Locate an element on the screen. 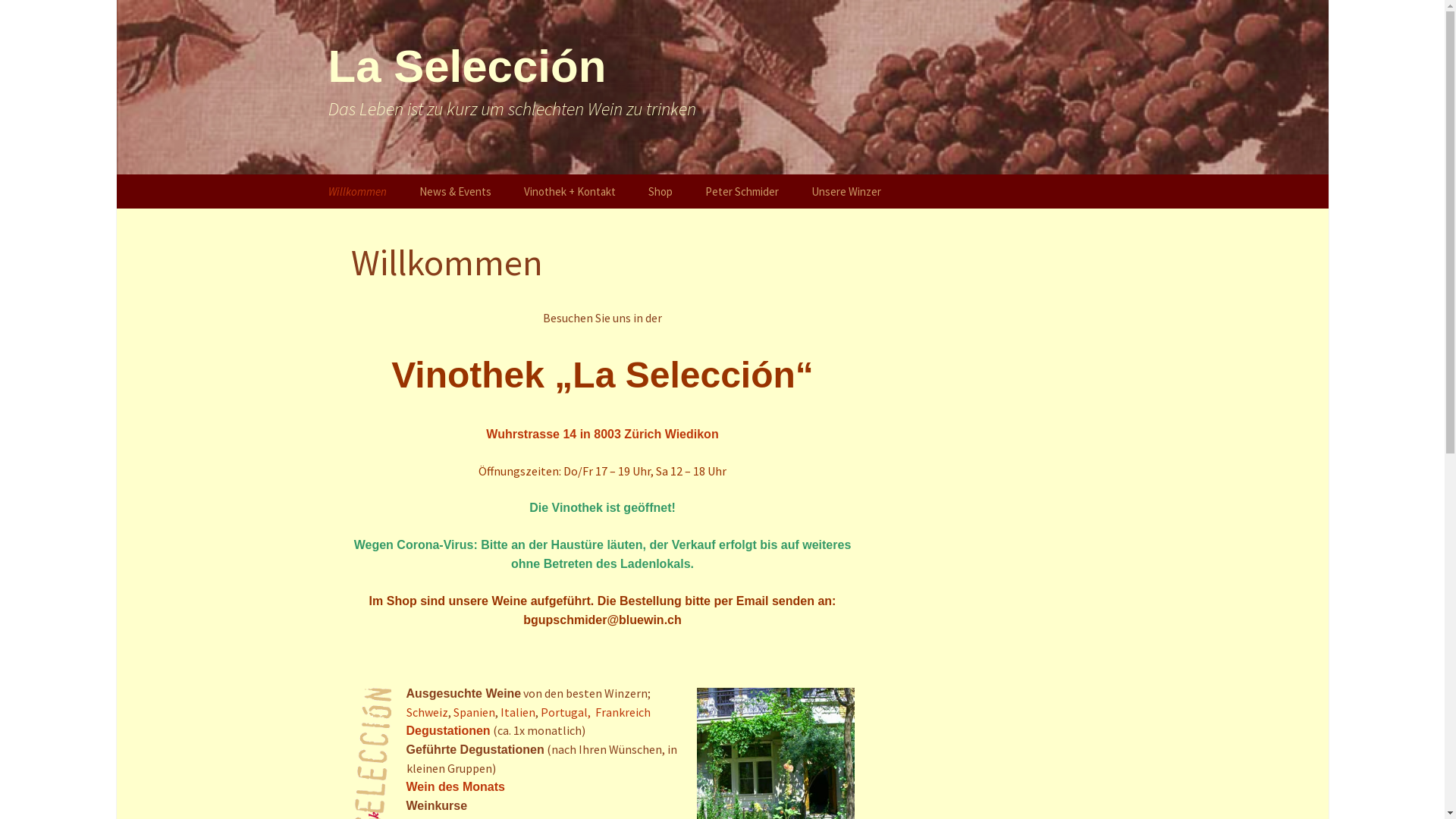 This screenshot has height=819, width=1456. 'Willkommen' is located at coordinates (356, 190).